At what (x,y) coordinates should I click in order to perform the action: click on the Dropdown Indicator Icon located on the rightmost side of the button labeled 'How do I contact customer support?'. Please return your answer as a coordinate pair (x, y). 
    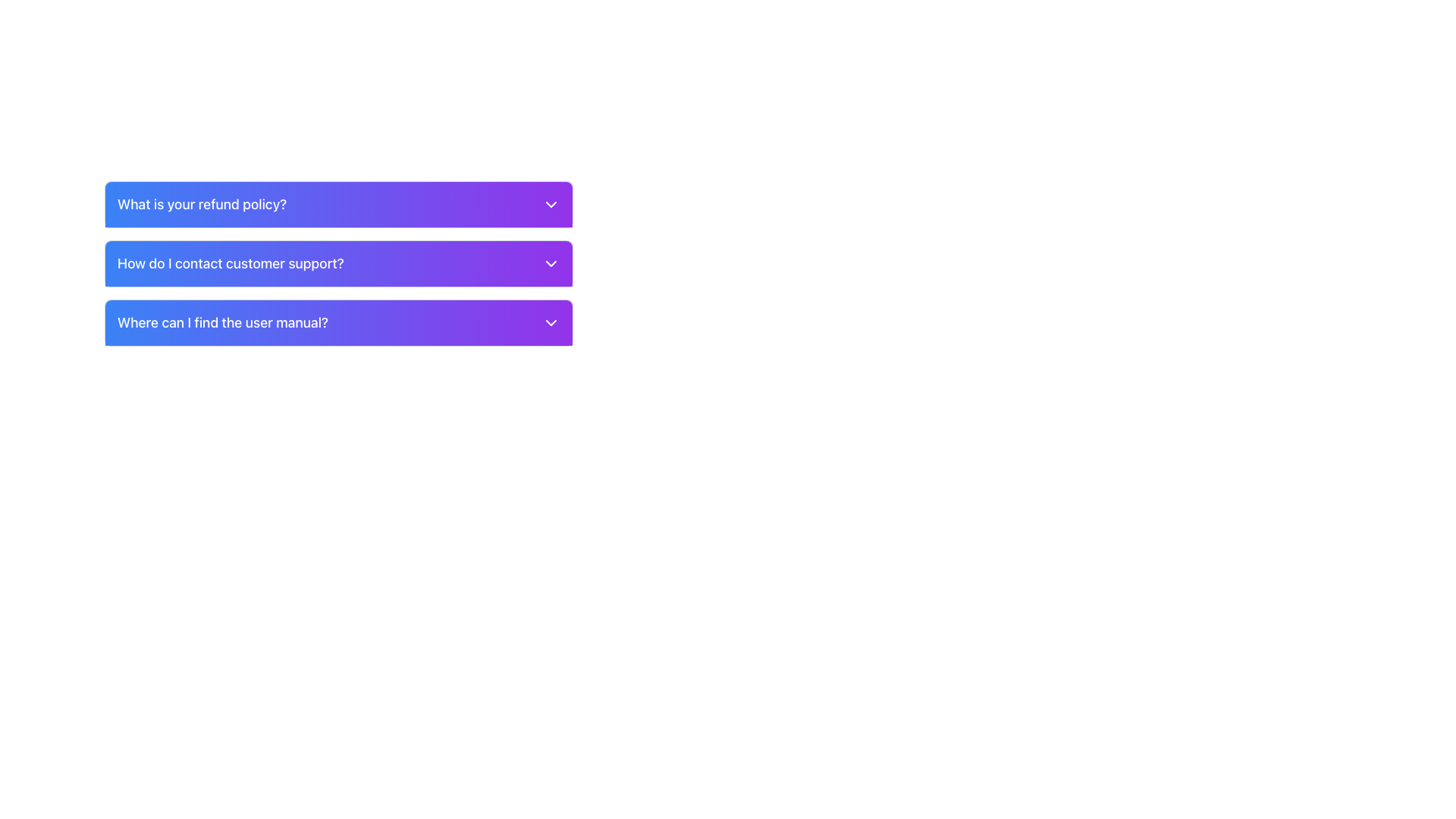
    Looking at the image, I should click on (550, 262).